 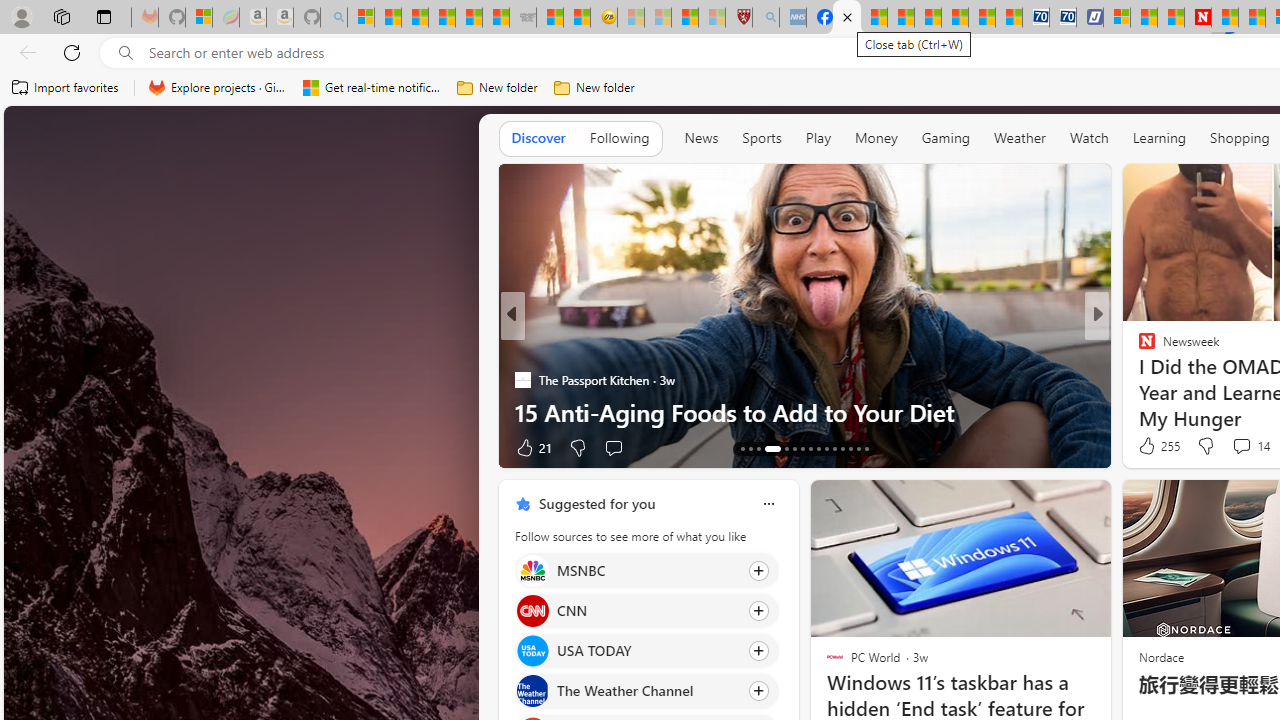 I want to click on 'Search icon', so click(x=125, y=52).